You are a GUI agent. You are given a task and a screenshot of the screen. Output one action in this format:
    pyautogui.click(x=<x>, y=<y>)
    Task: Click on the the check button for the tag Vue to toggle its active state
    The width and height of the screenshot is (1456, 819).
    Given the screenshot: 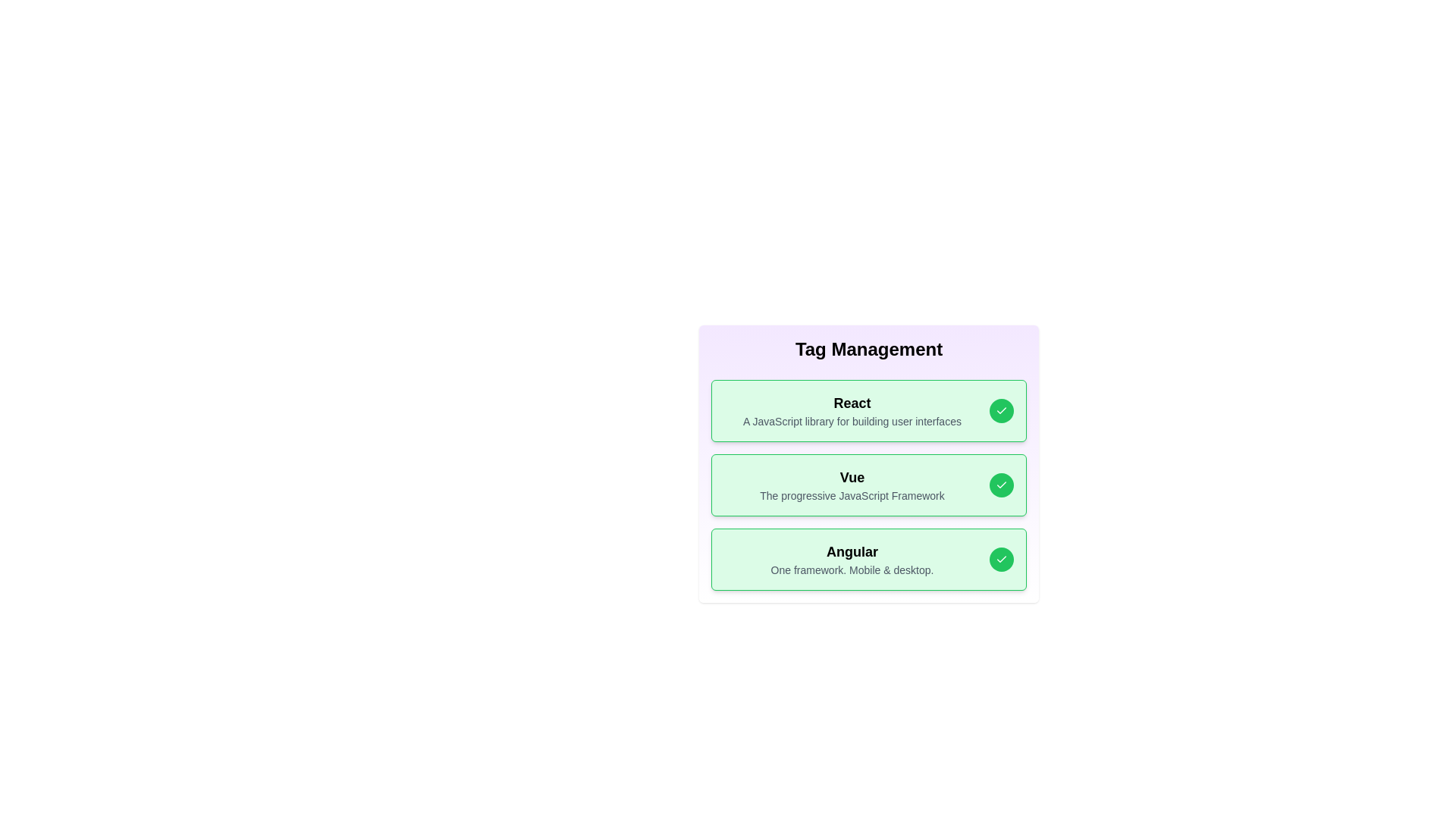 What is the action you would take?
    pyautogui.click(x=1001, y=485)
    